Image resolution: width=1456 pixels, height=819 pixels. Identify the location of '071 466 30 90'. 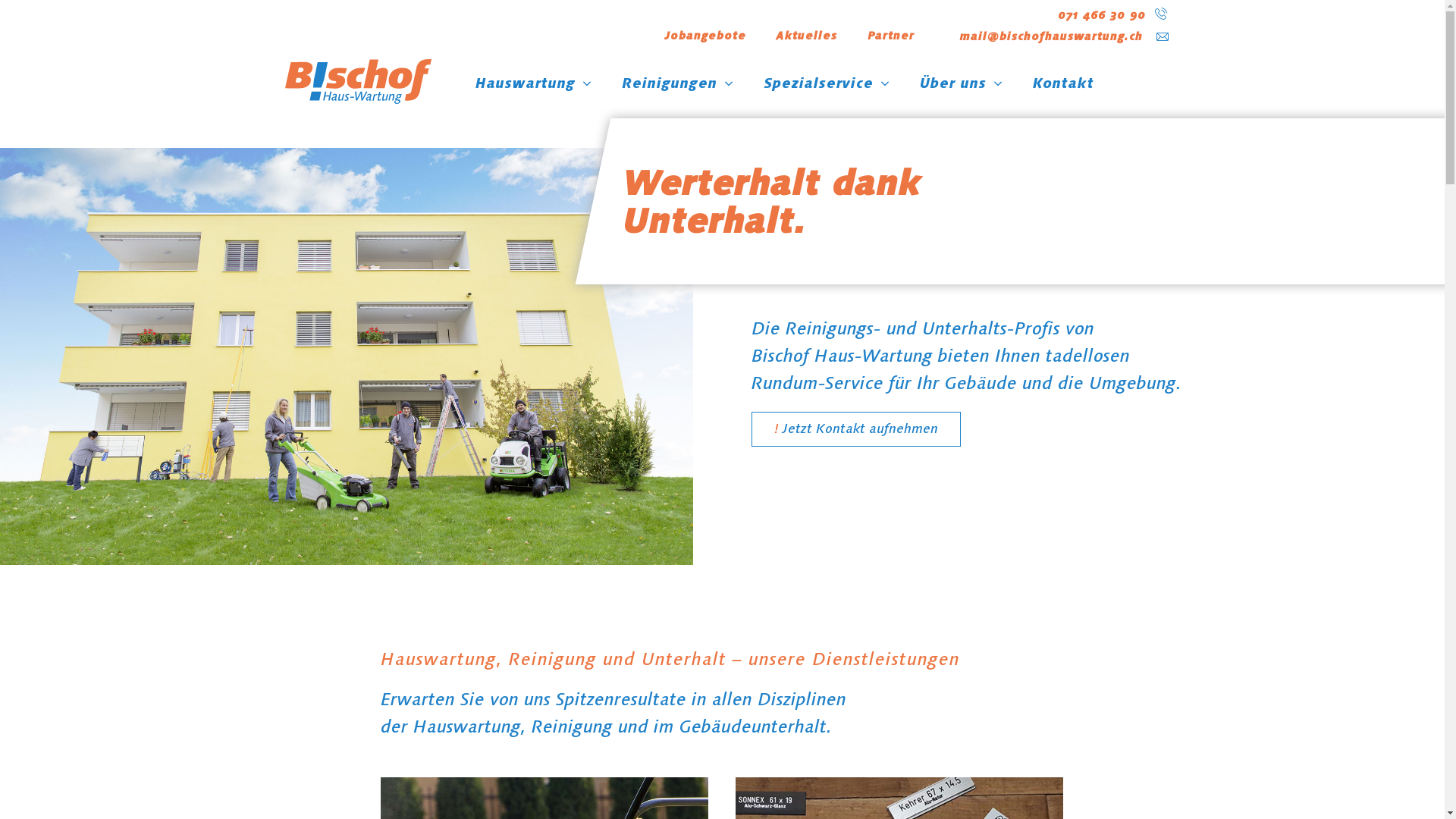
(1102, 14).